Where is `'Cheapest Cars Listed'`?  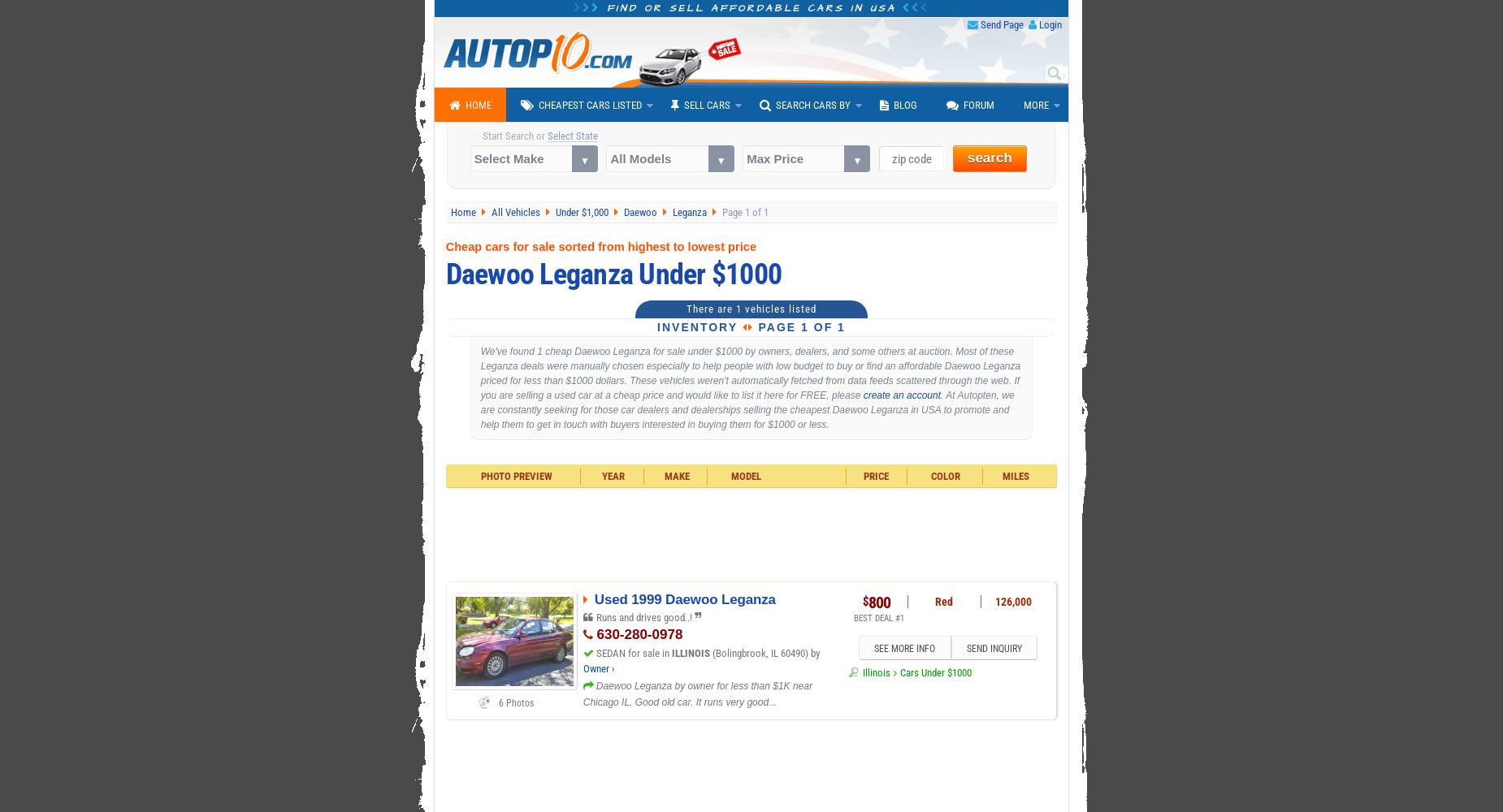 'Cheapest Cars Listed' is located at coordinates (539, 105).